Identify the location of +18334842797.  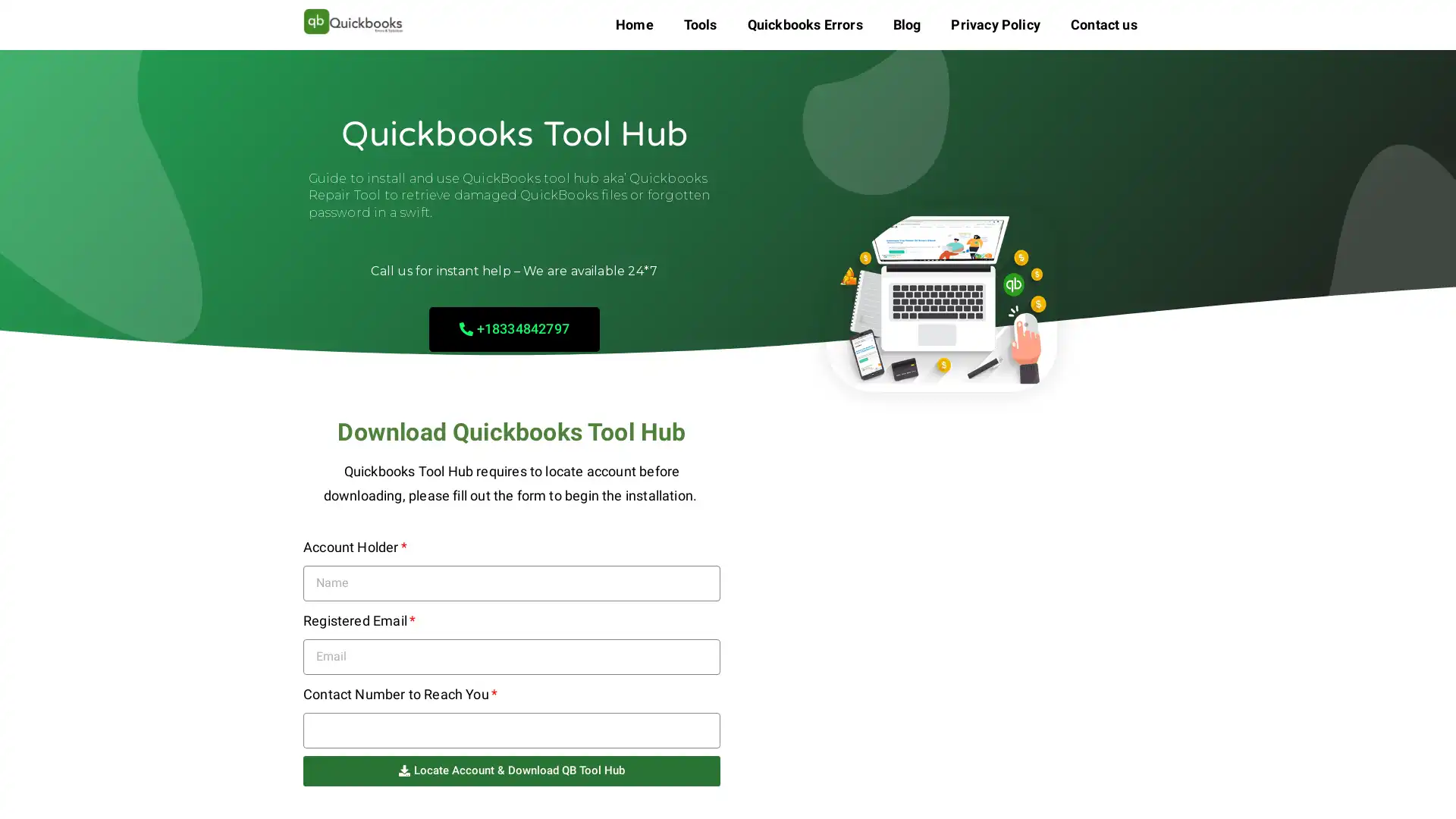
(513, 328).